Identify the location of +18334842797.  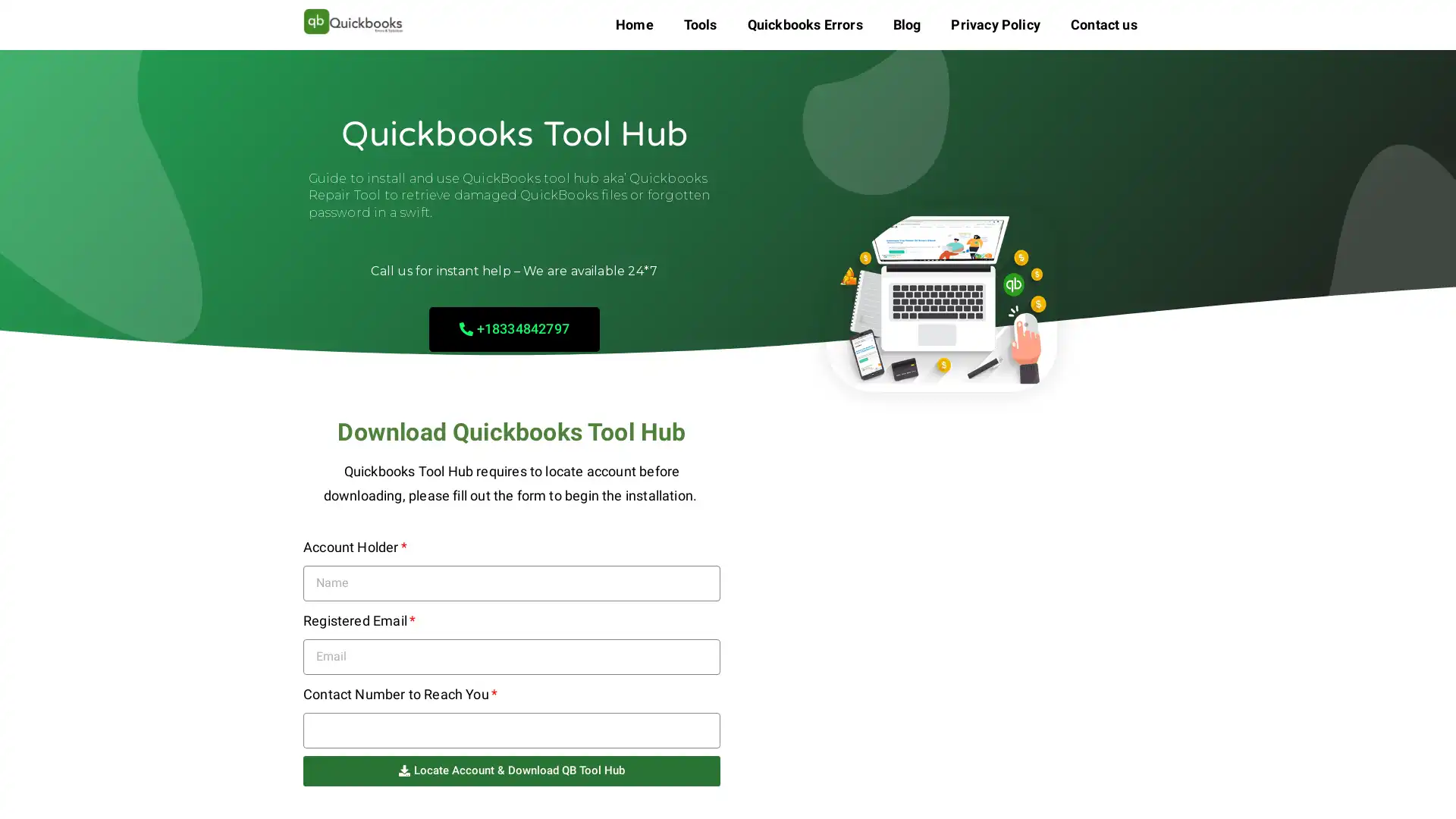
(513, 328).